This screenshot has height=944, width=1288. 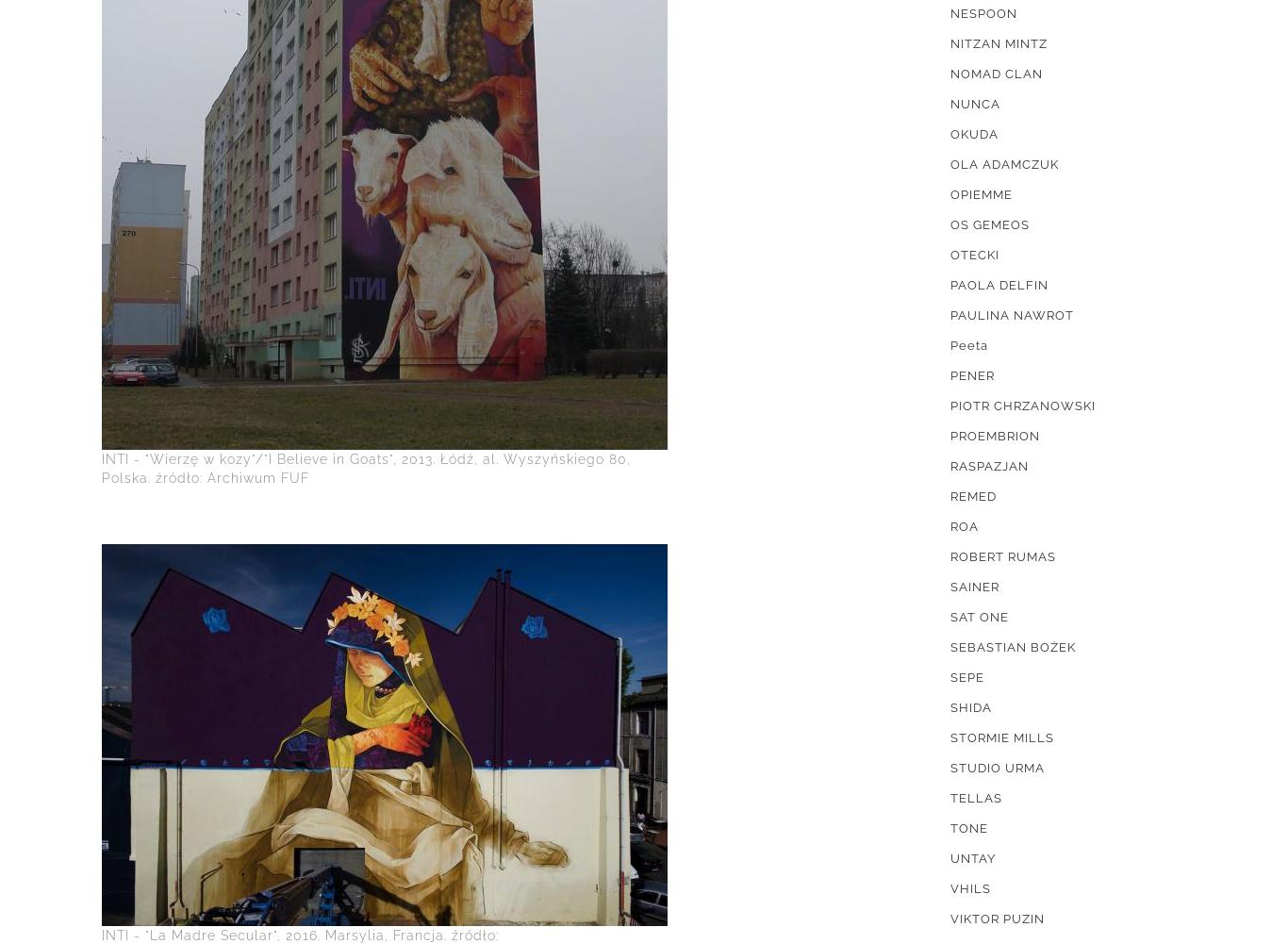 What do you see at coordinates (1001, 737) in the screenshot?
I see `'STORMIE MILLS'` at bounding box center [1001, 737].